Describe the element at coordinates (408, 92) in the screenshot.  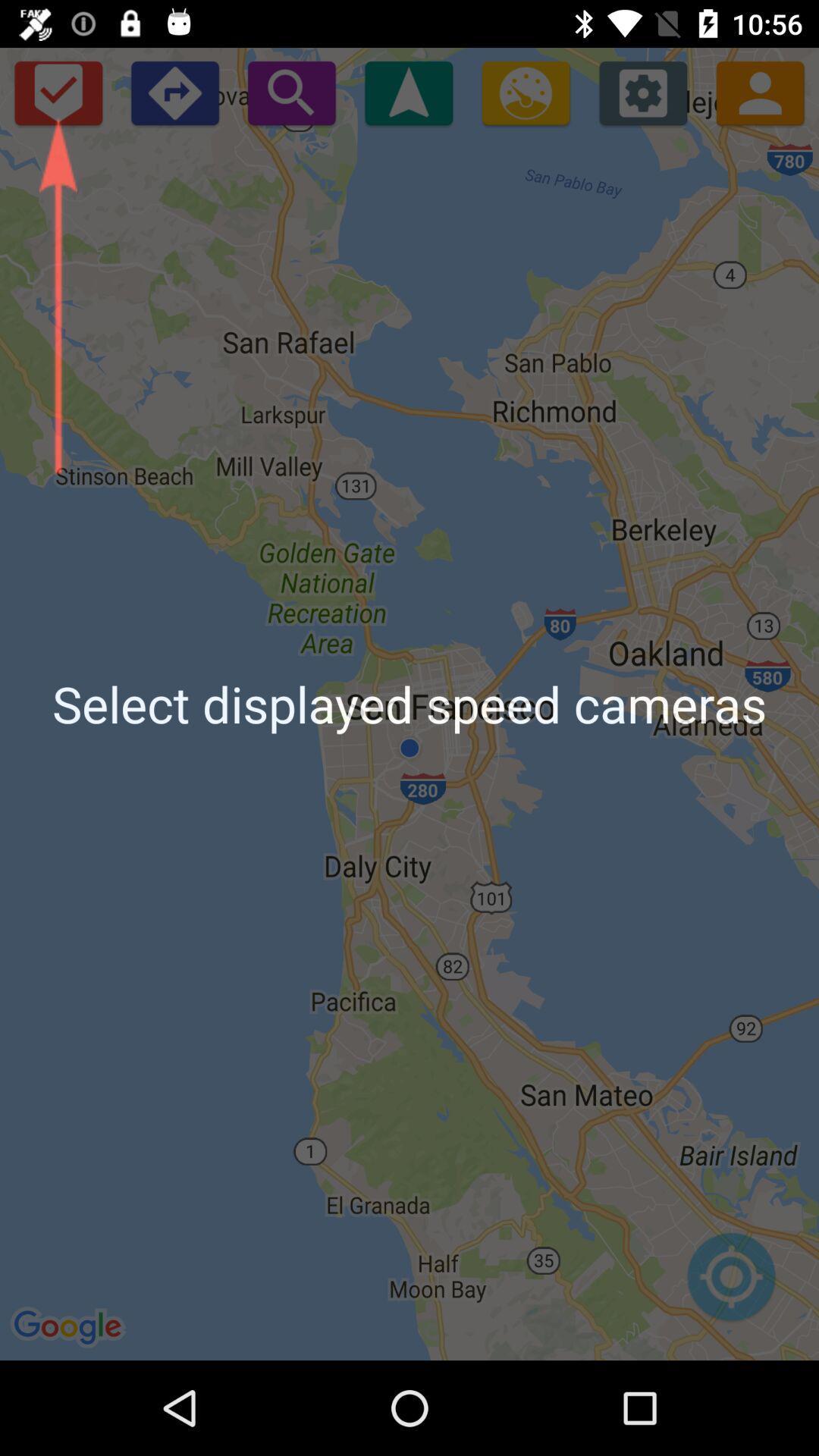
I see `displayed speed cameras` at that location.